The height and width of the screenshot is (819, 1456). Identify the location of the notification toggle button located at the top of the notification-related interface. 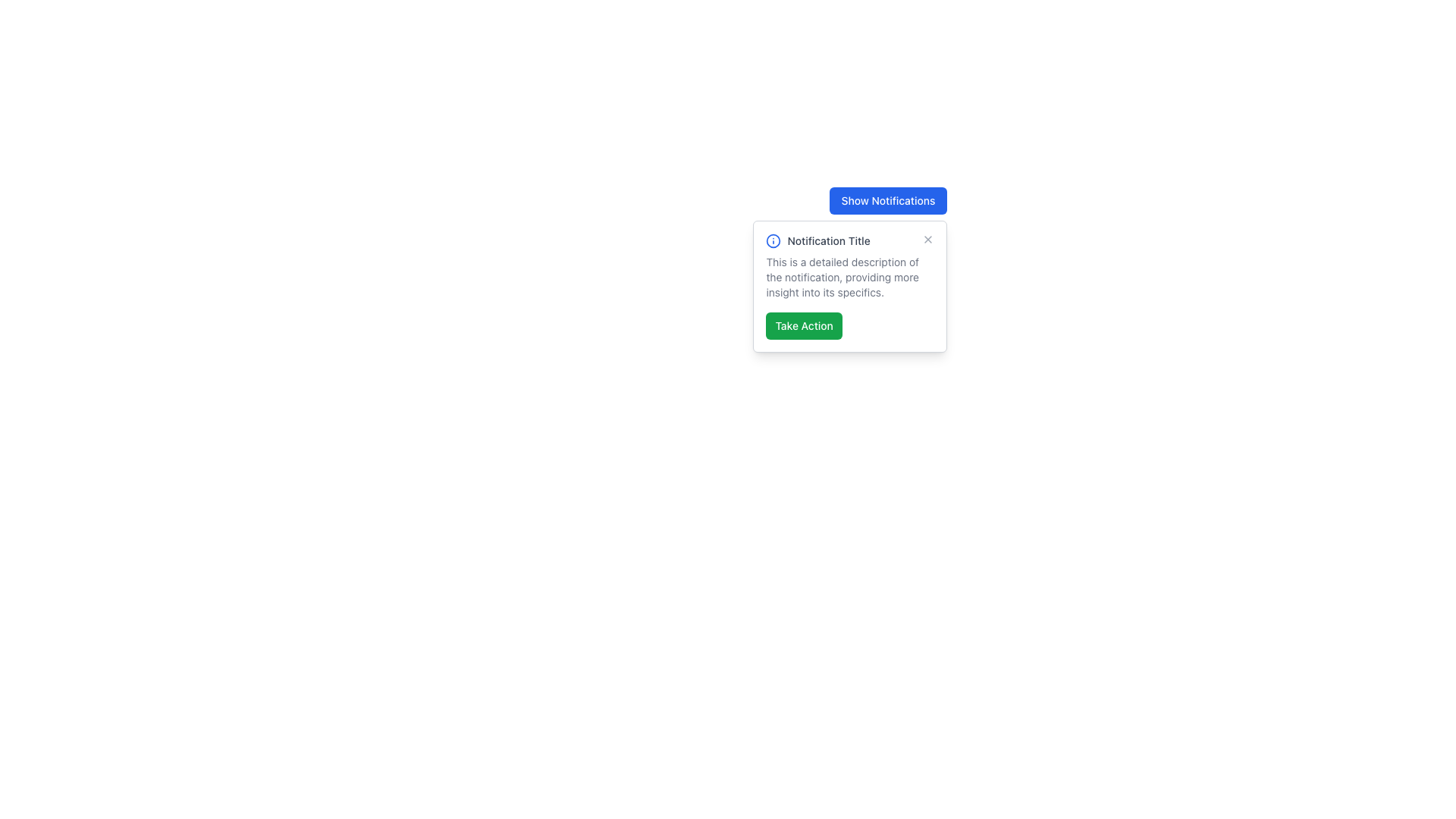
(888, 200).